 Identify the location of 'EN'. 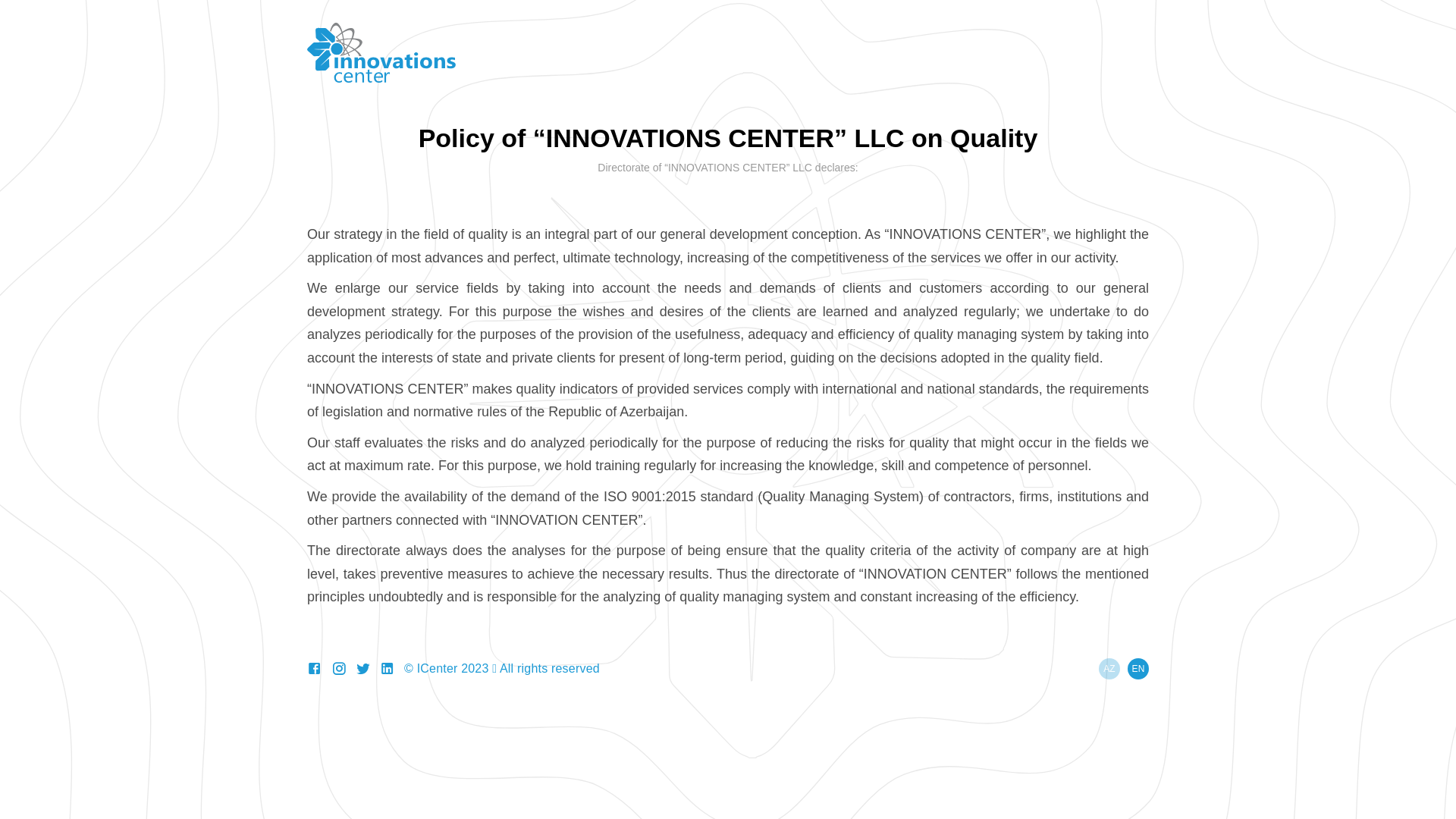
(1128, 668).